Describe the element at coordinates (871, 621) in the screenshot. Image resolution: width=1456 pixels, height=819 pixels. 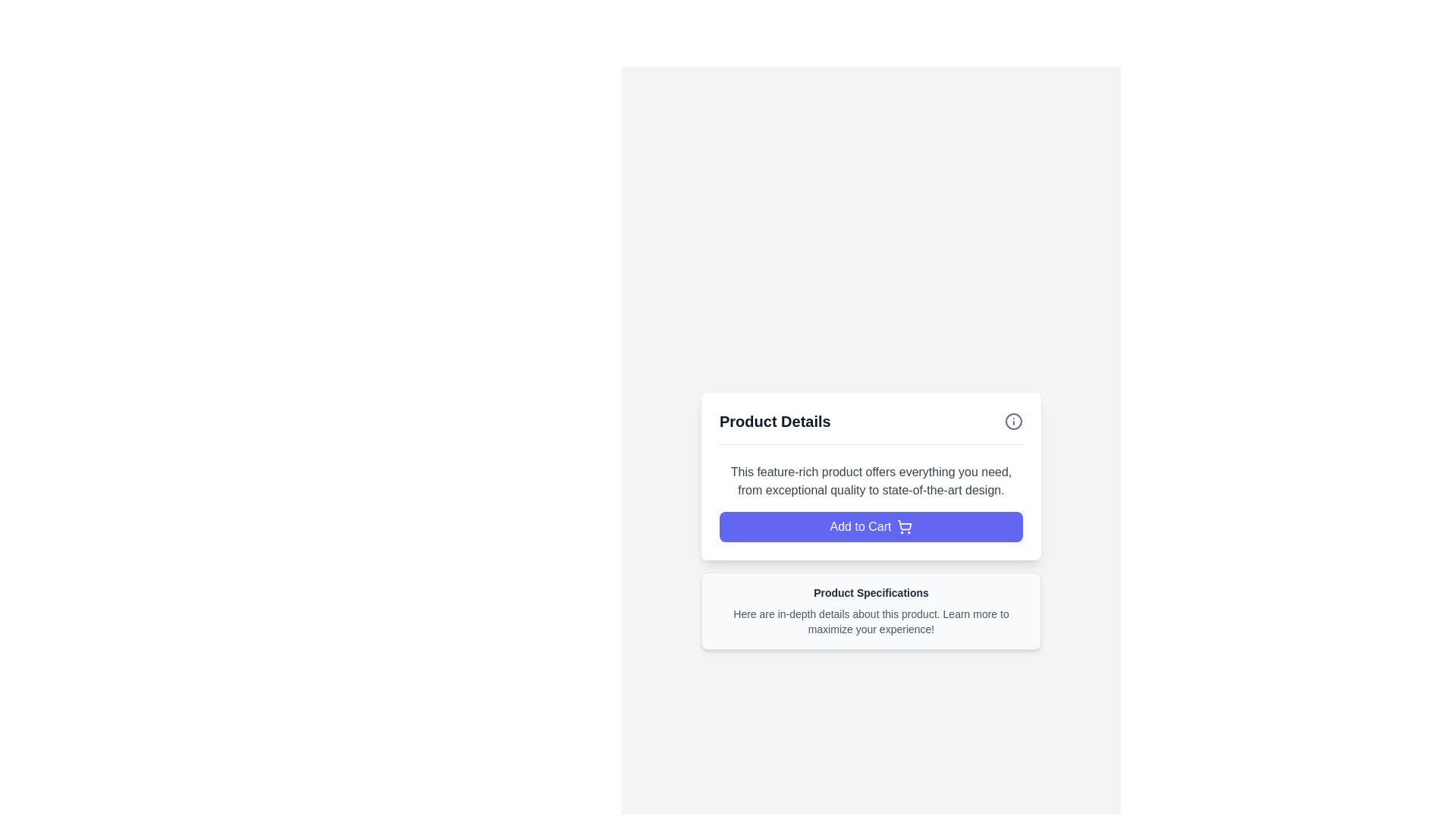
I see `static text providing additional descriptive information regarding the product, located below the 'Product Specifications' title in the gray-bordered box` at that location.